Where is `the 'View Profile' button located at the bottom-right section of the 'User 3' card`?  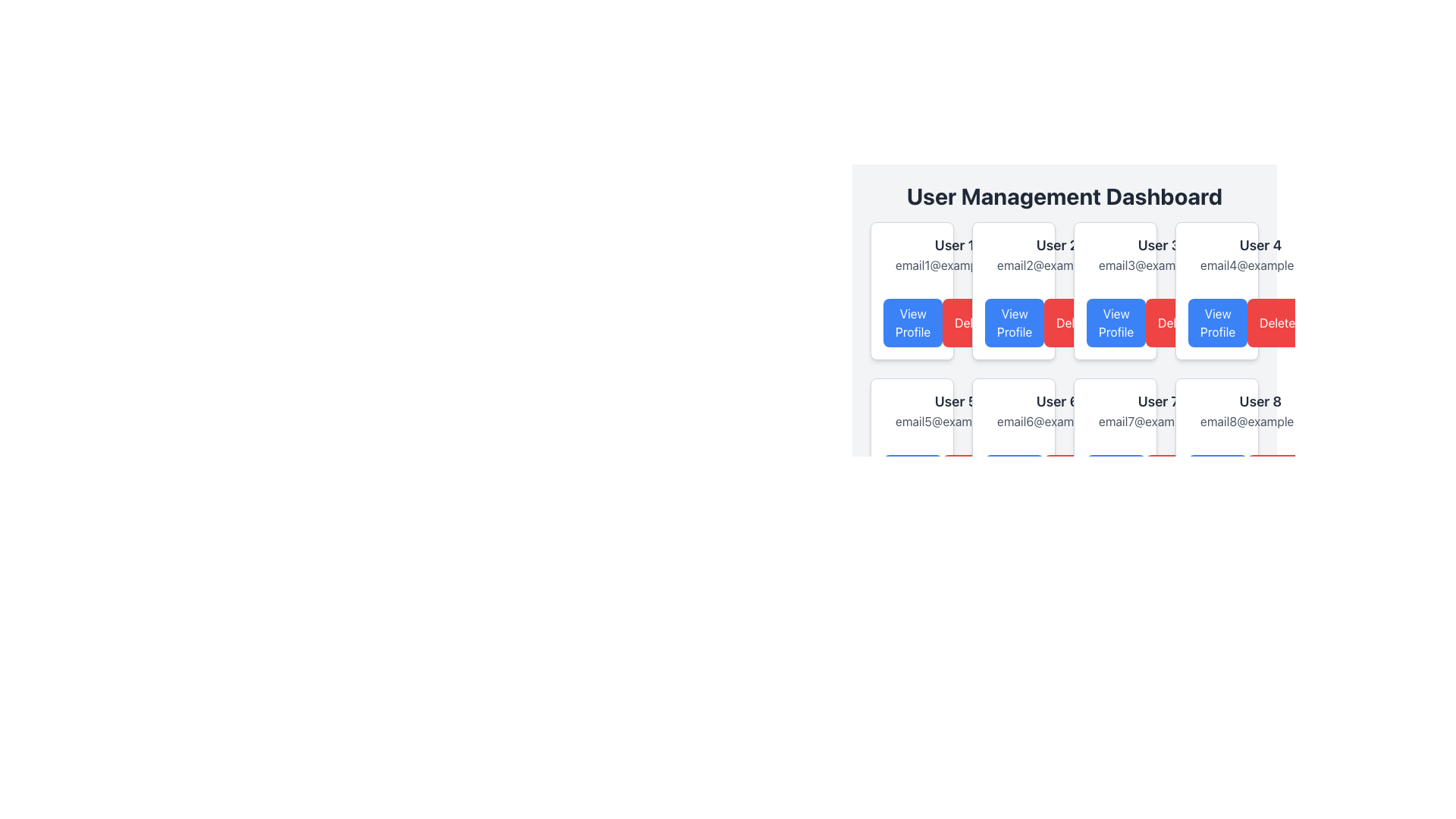 the 'View Profile' button located at the bottom-right section of the 'User 3' card is located at coordinates (1115, 322).